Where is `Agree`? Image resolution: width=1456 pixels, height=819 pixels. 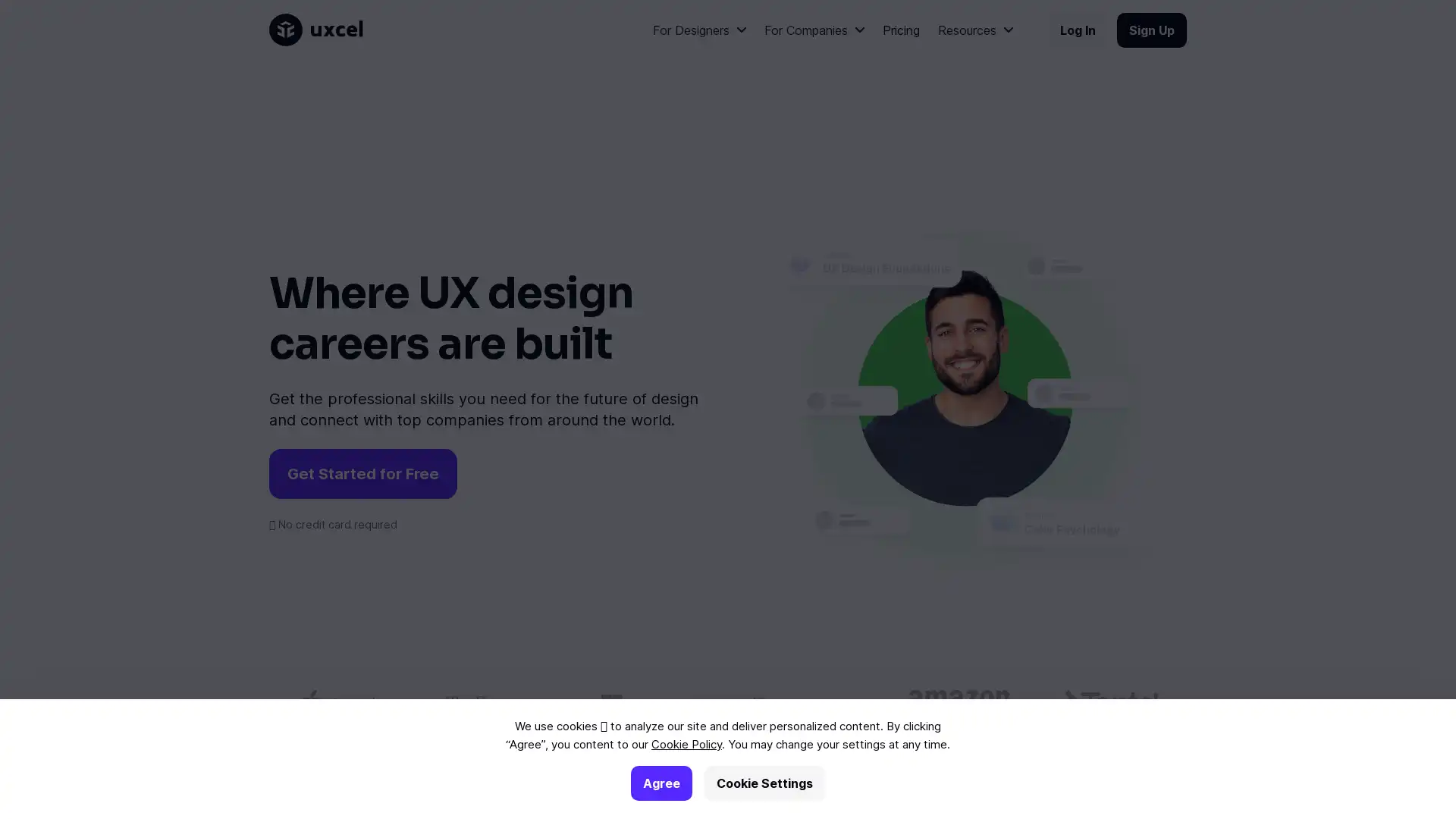
Agree is located at coordinates (661, 783).